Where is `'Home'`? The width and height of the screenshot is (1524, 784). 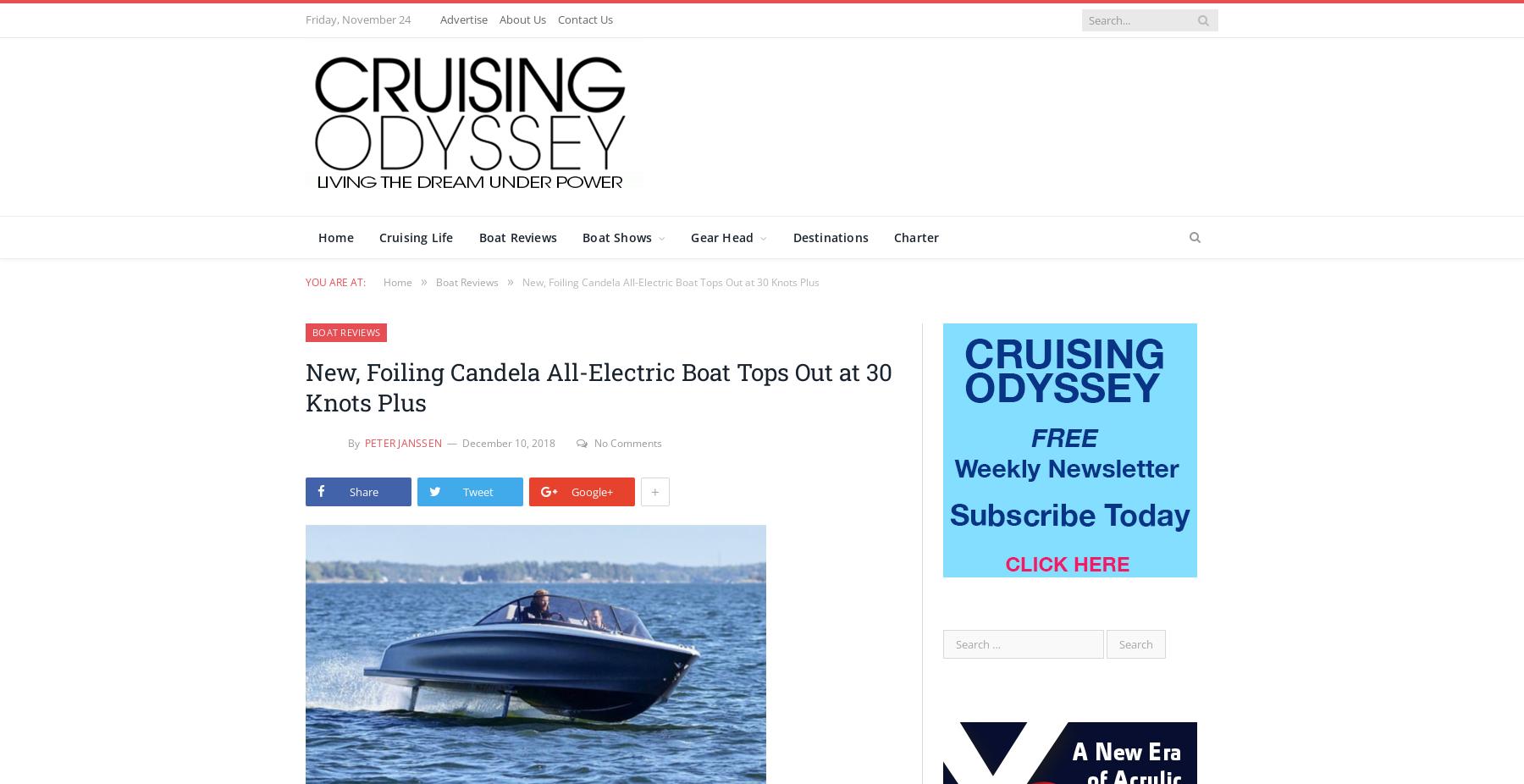 'Home' is located at coordinates (396, 282).